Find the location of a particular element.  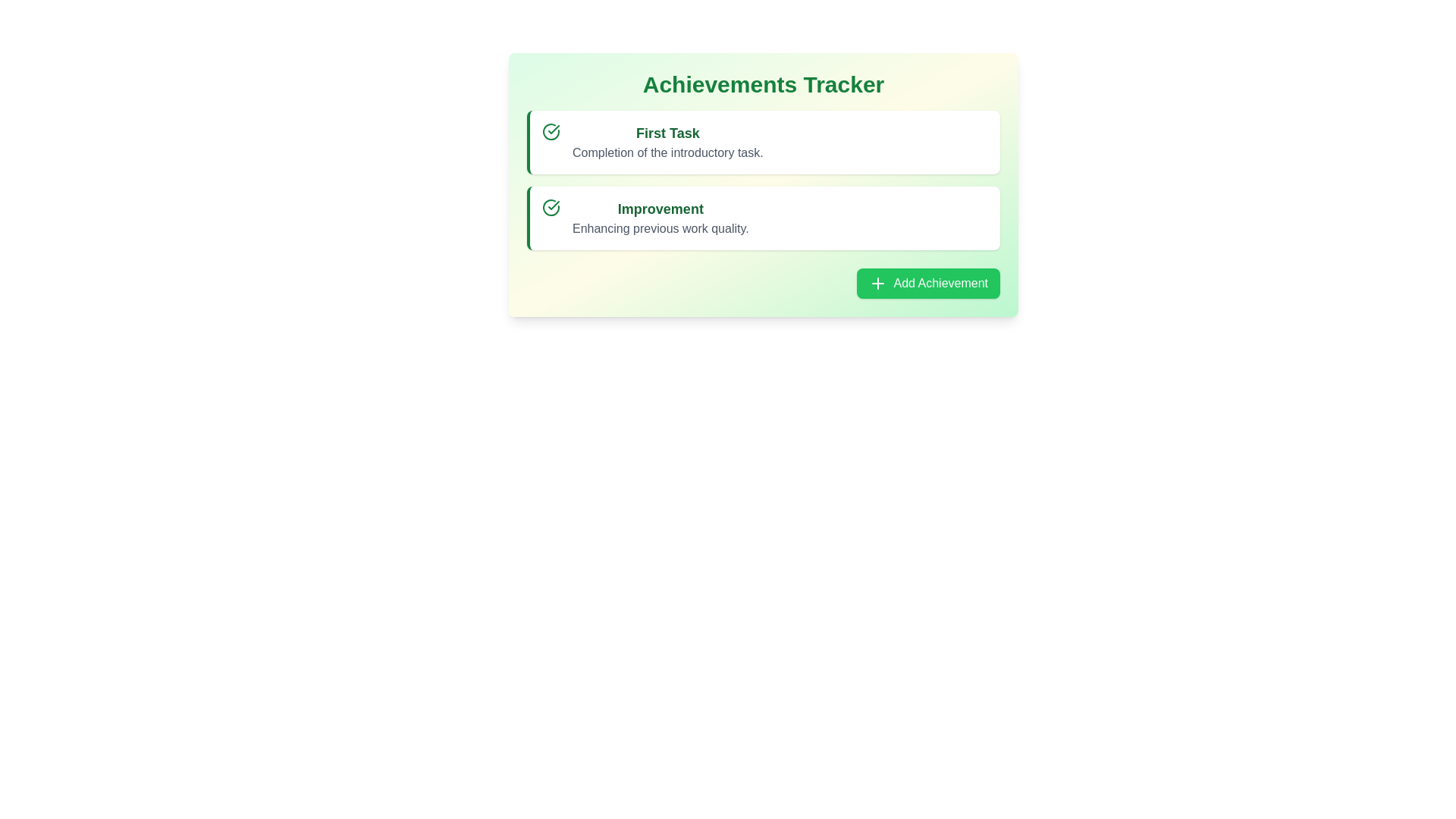

the text label reading 'Enhancing previous work quality.' located beneath the title 'Improvement' in the 'Achievements Tracker' section is located at coordinates (661, 228).